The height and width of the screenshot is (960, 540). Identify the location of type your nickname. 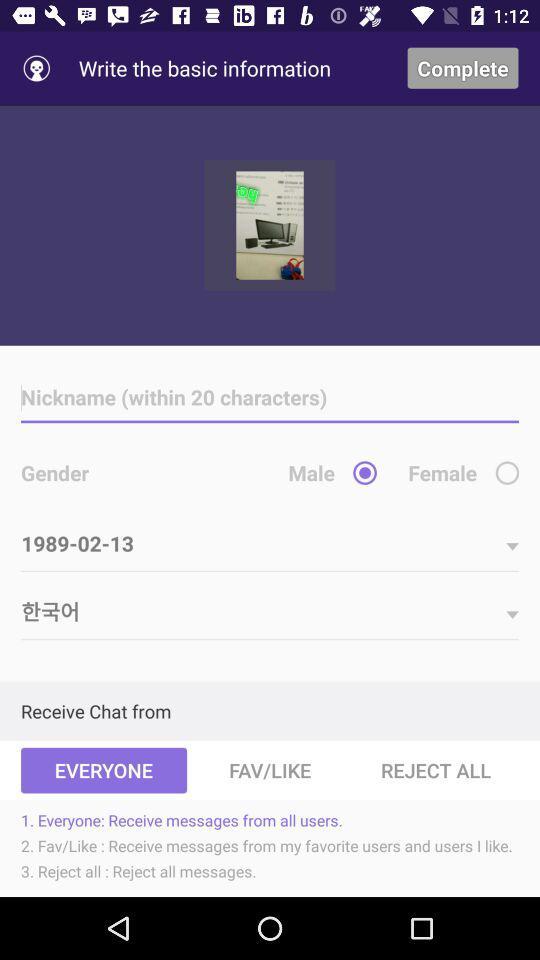
(270, 397).